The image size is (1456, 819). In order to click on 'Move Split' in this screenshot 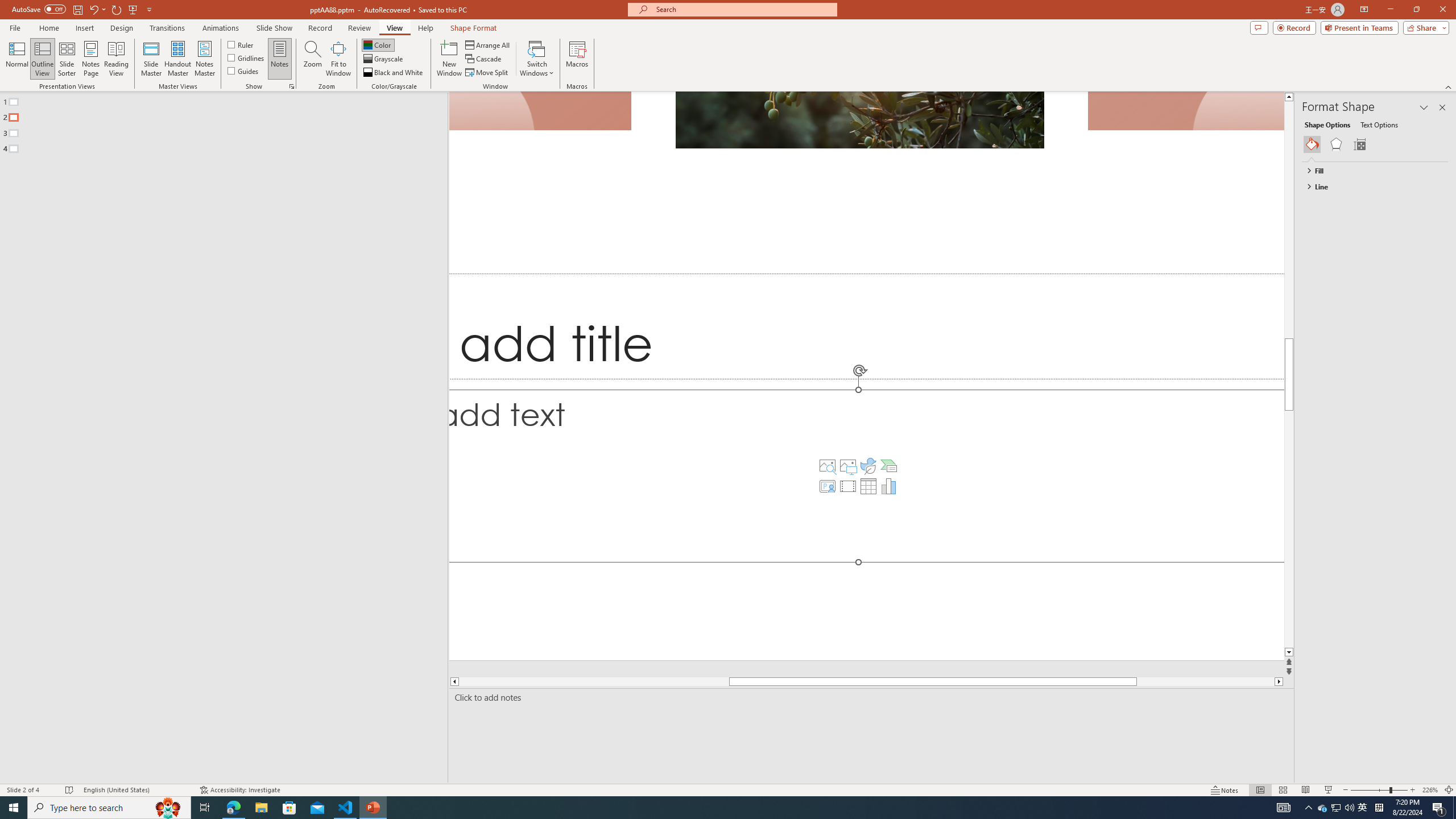, I will do `click(487, 72)`.